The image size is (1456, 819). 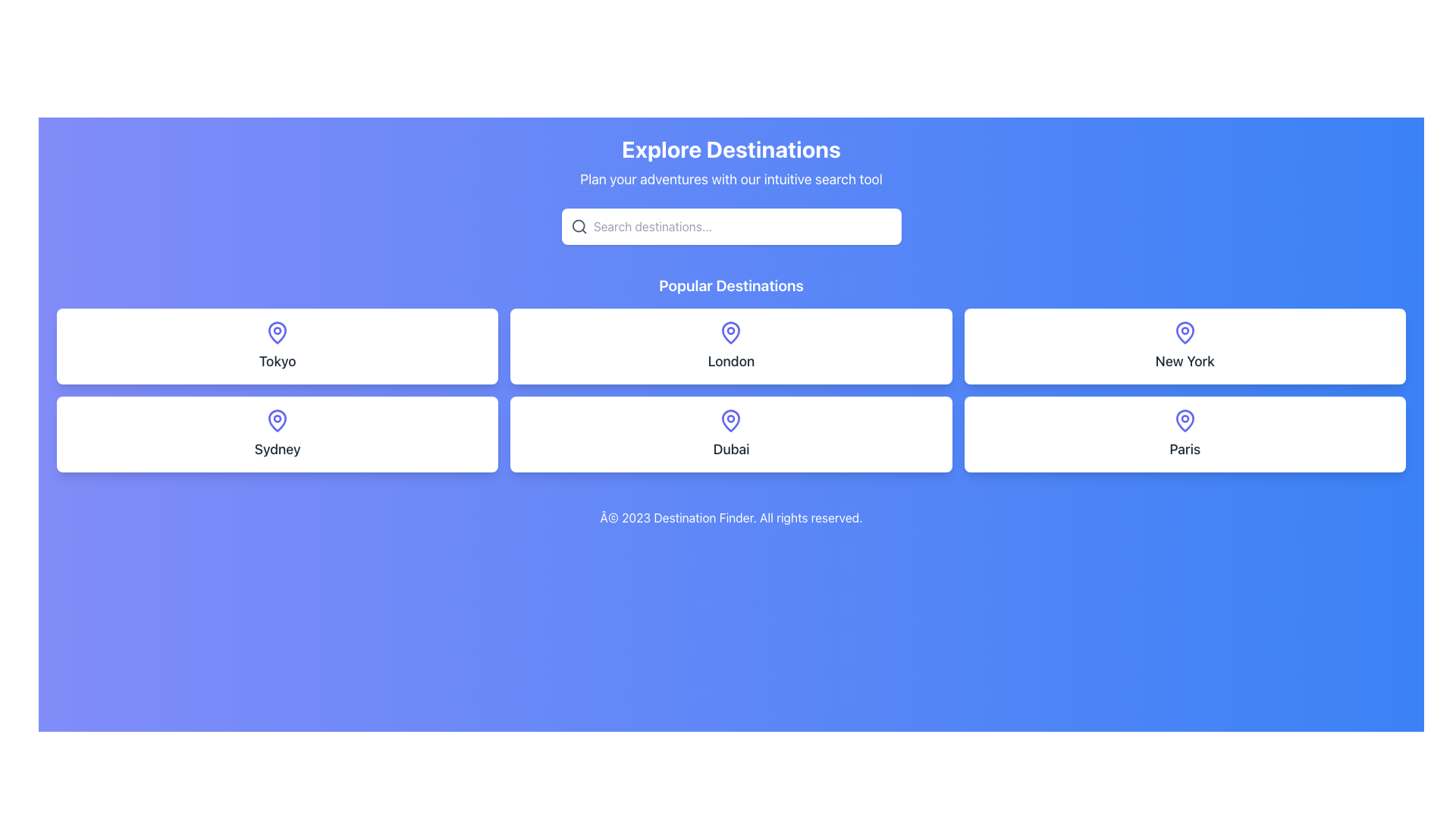 I want to click on the search input field located at the top center of the interface, below 'Explore Destinations', to focus on it for user input, so click(x=742, y=227).